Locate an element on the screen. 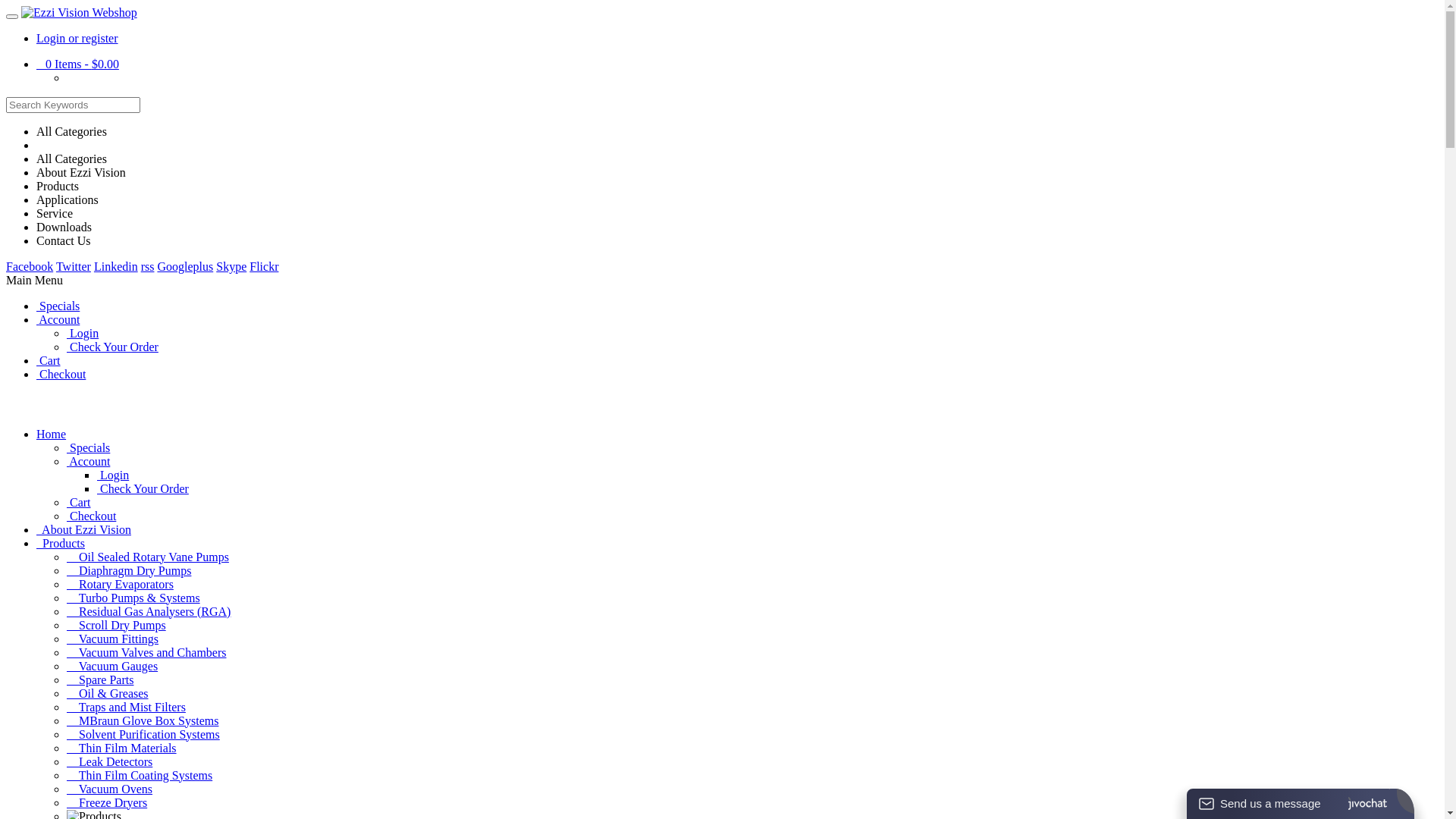  'All Categories' is located at coordinates (36, 130).